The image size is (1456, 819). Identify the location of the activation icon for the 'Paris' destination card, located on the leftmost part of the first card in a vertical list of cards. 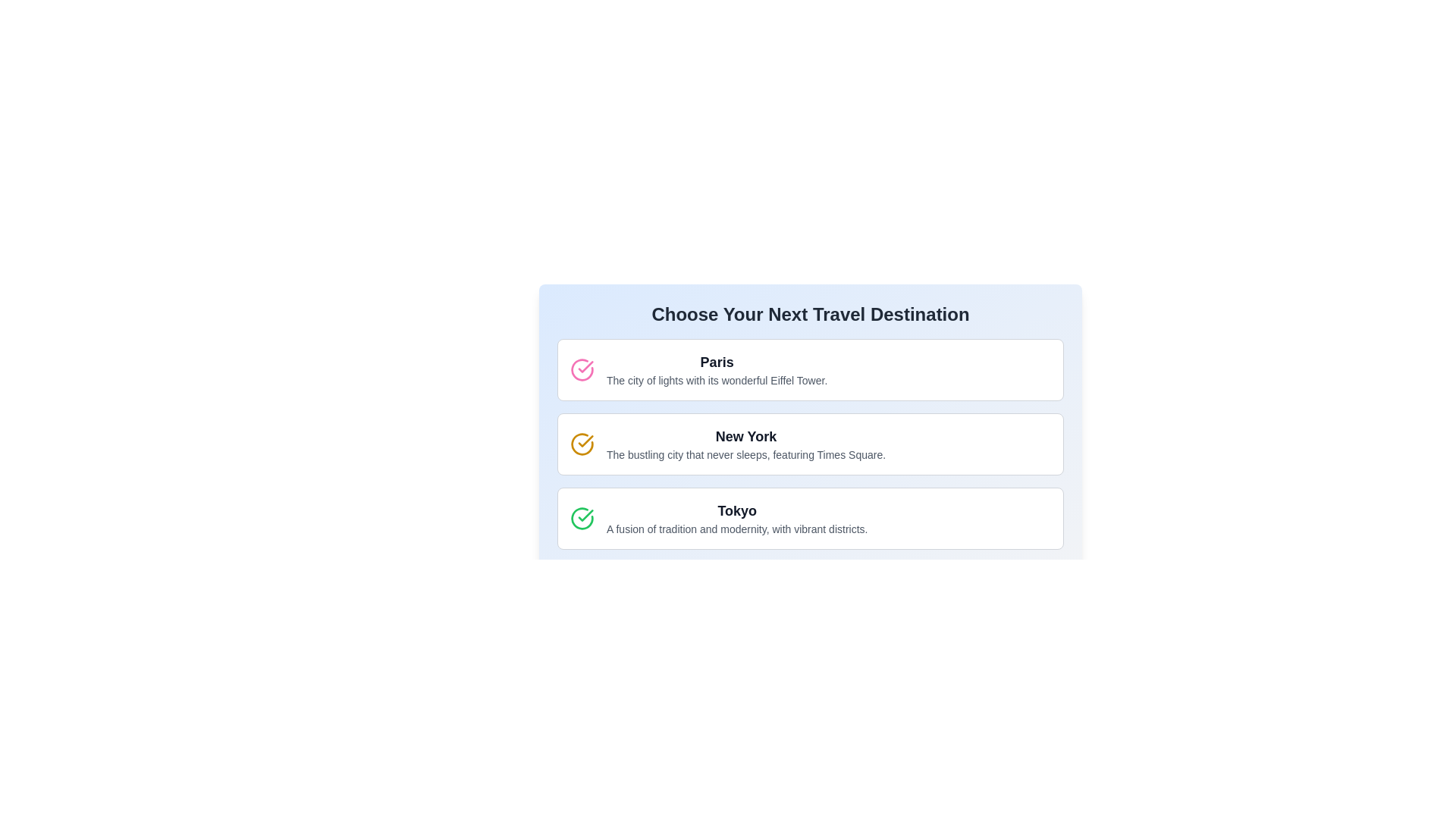
(582, 370).